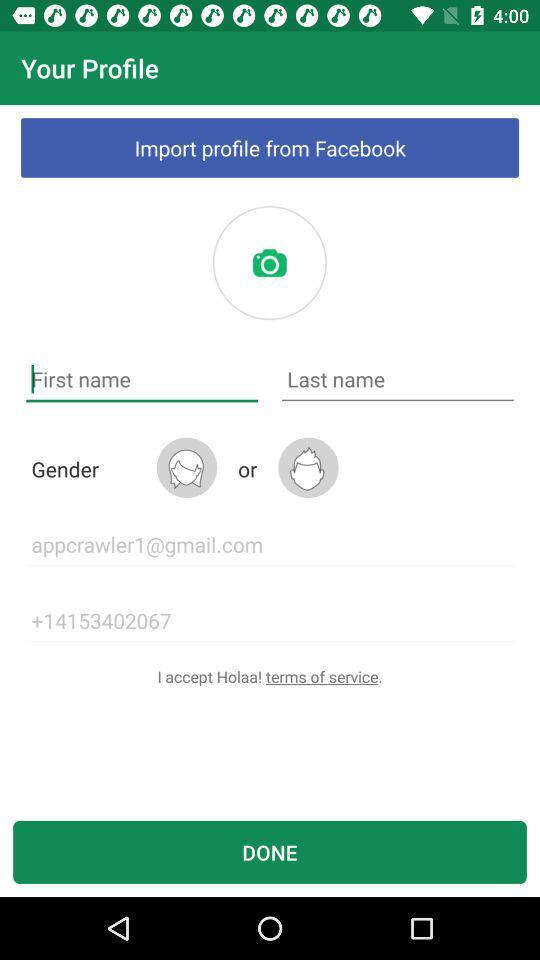  I want to click on item above done icon, so click(270, 676).